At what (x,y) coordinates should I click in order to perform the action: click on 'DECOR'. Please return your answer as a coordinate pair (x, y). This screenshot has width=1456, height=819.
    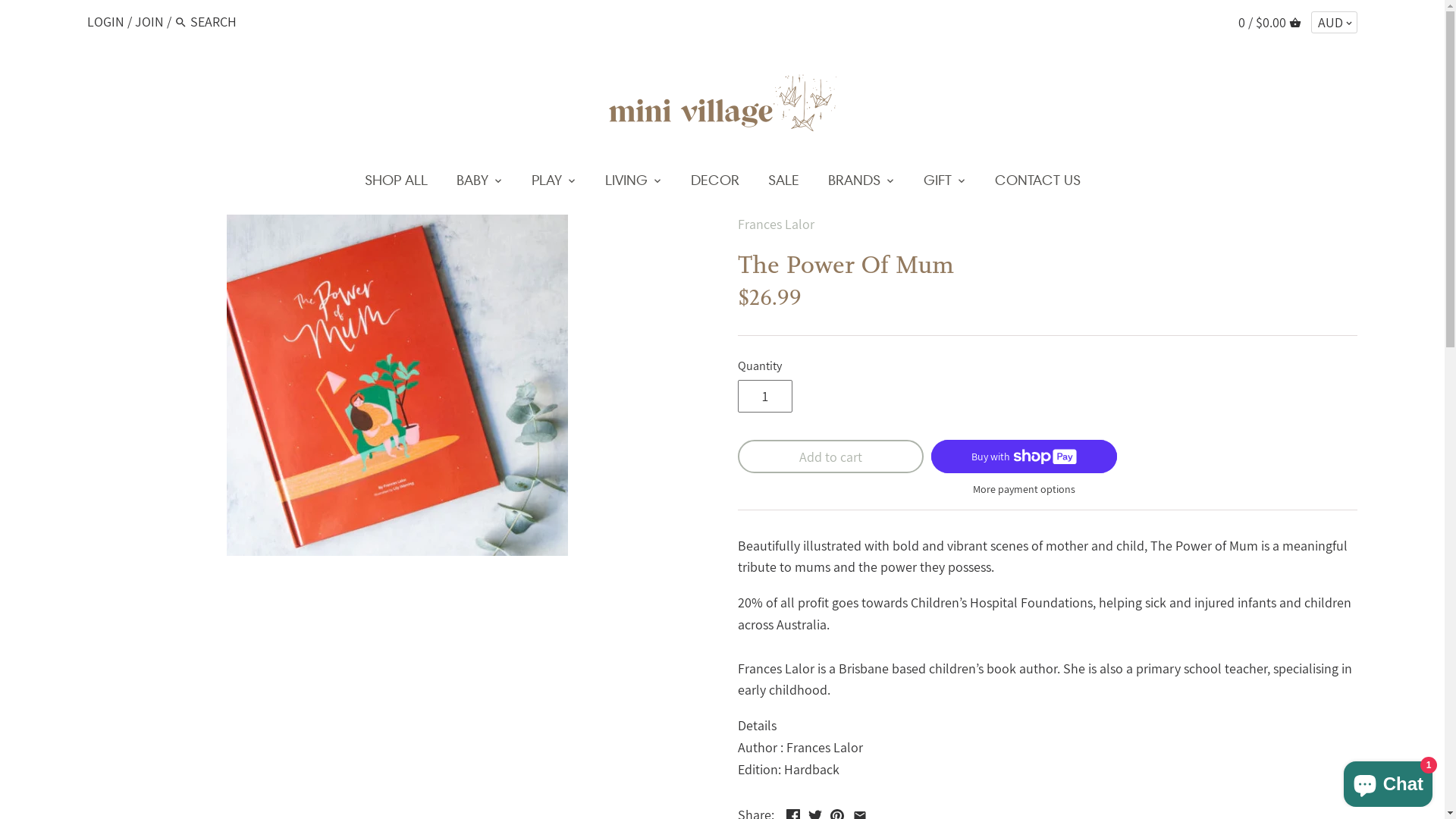
    Looking at the image, I should click on (714, 182).